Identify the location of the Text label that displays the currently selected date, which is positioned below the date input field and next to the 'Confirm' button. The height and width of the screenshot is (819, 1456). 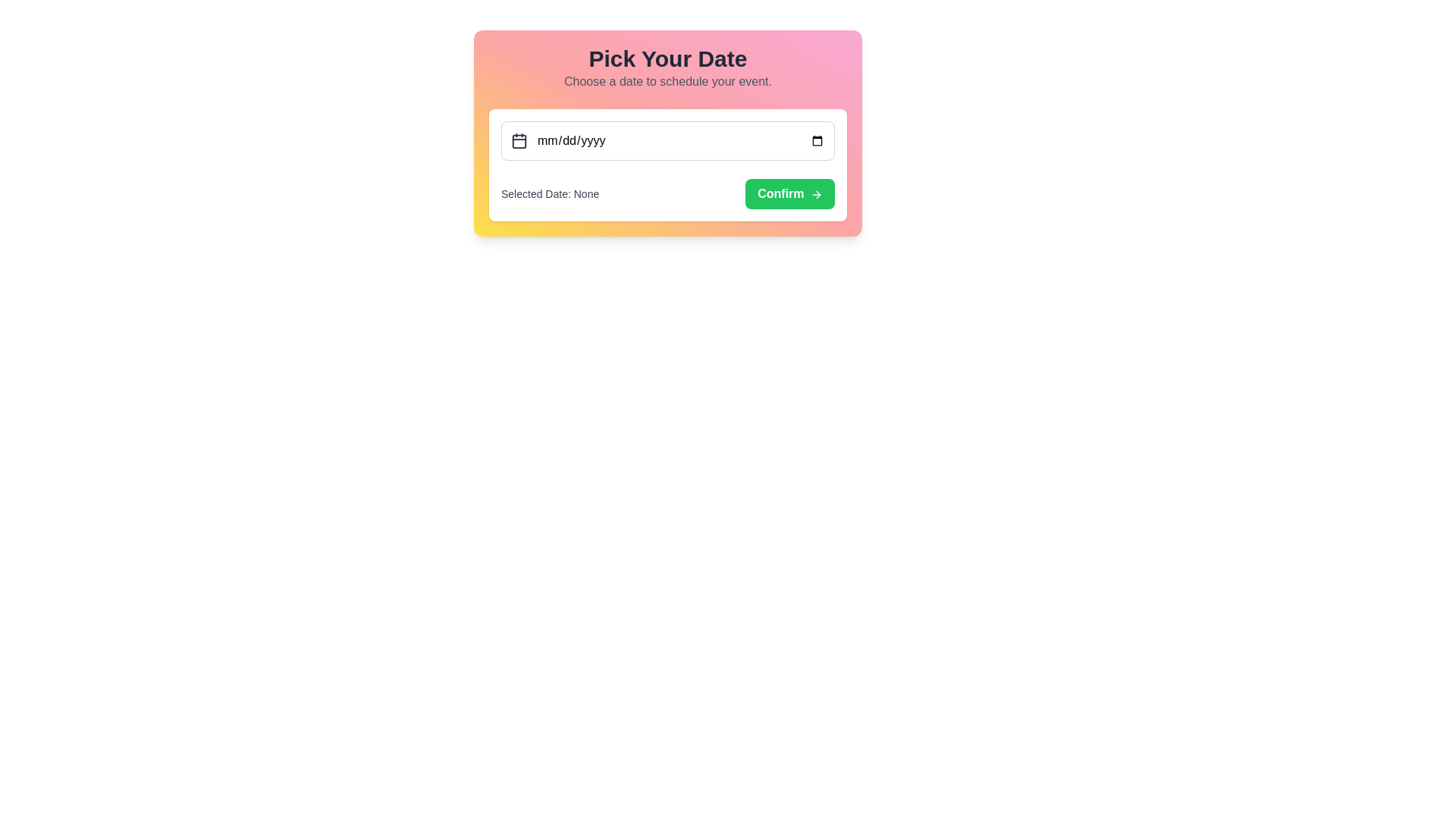
(549, 193).